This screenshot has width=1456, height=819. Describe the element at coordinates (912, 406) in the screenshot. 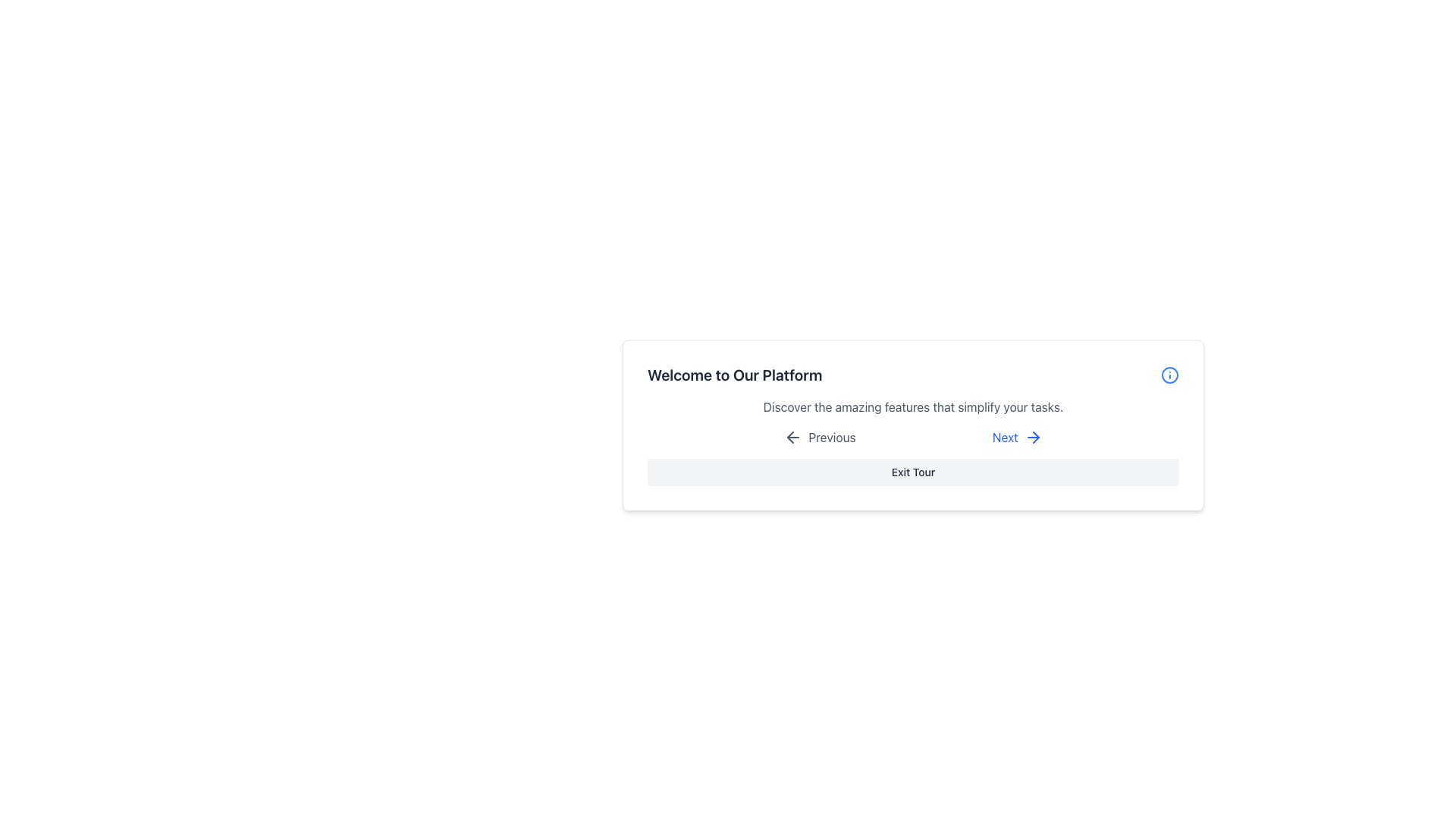

I see `the static text displaying 'Discover the amazing features that simplify your tasks.' which is located below the header 'Welcome to Our Platform'` at that location.